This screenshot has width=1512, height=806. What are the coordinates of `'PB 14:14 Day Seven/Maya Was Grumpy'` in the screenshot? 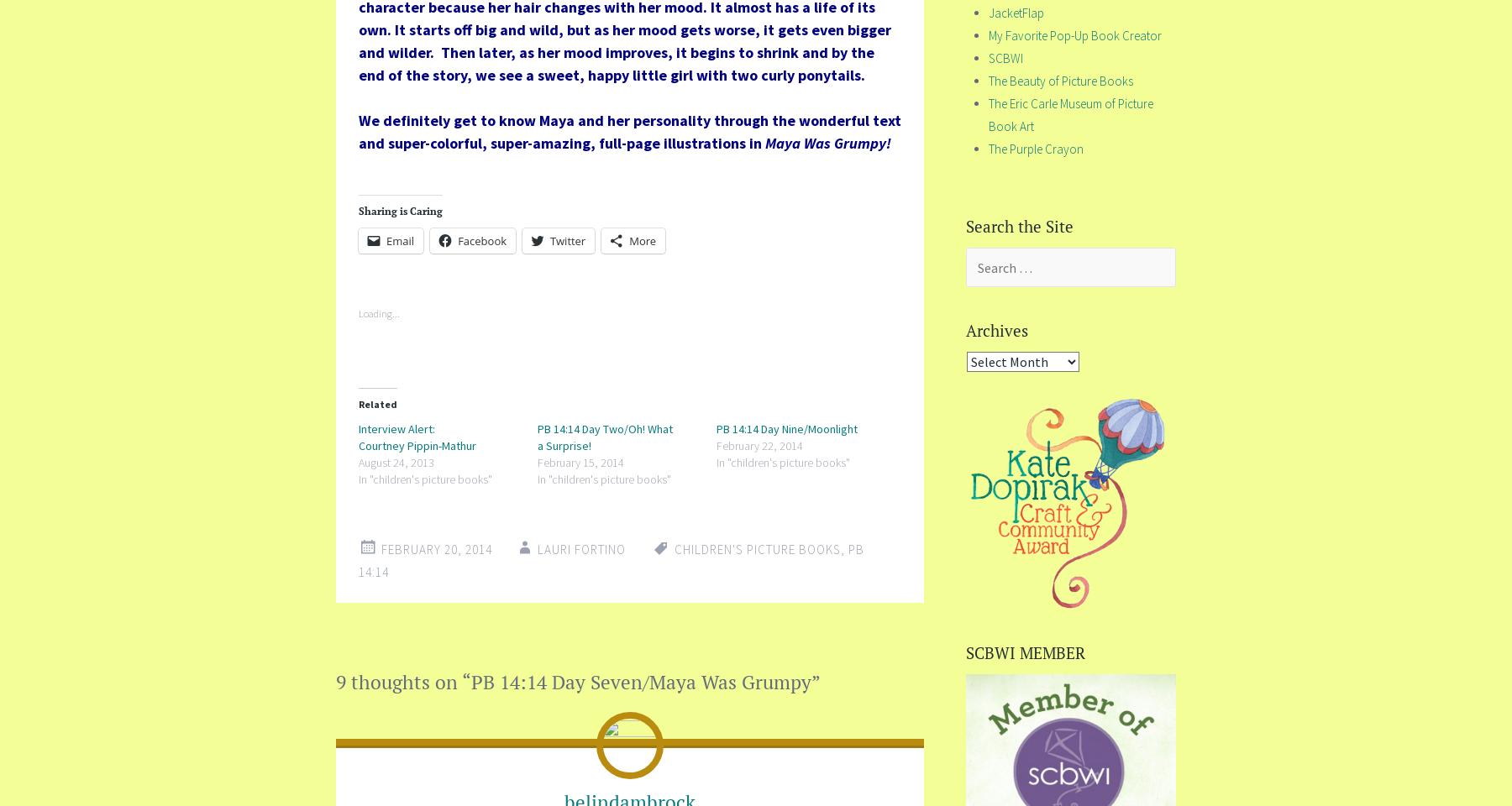 It's located at (640, 682).